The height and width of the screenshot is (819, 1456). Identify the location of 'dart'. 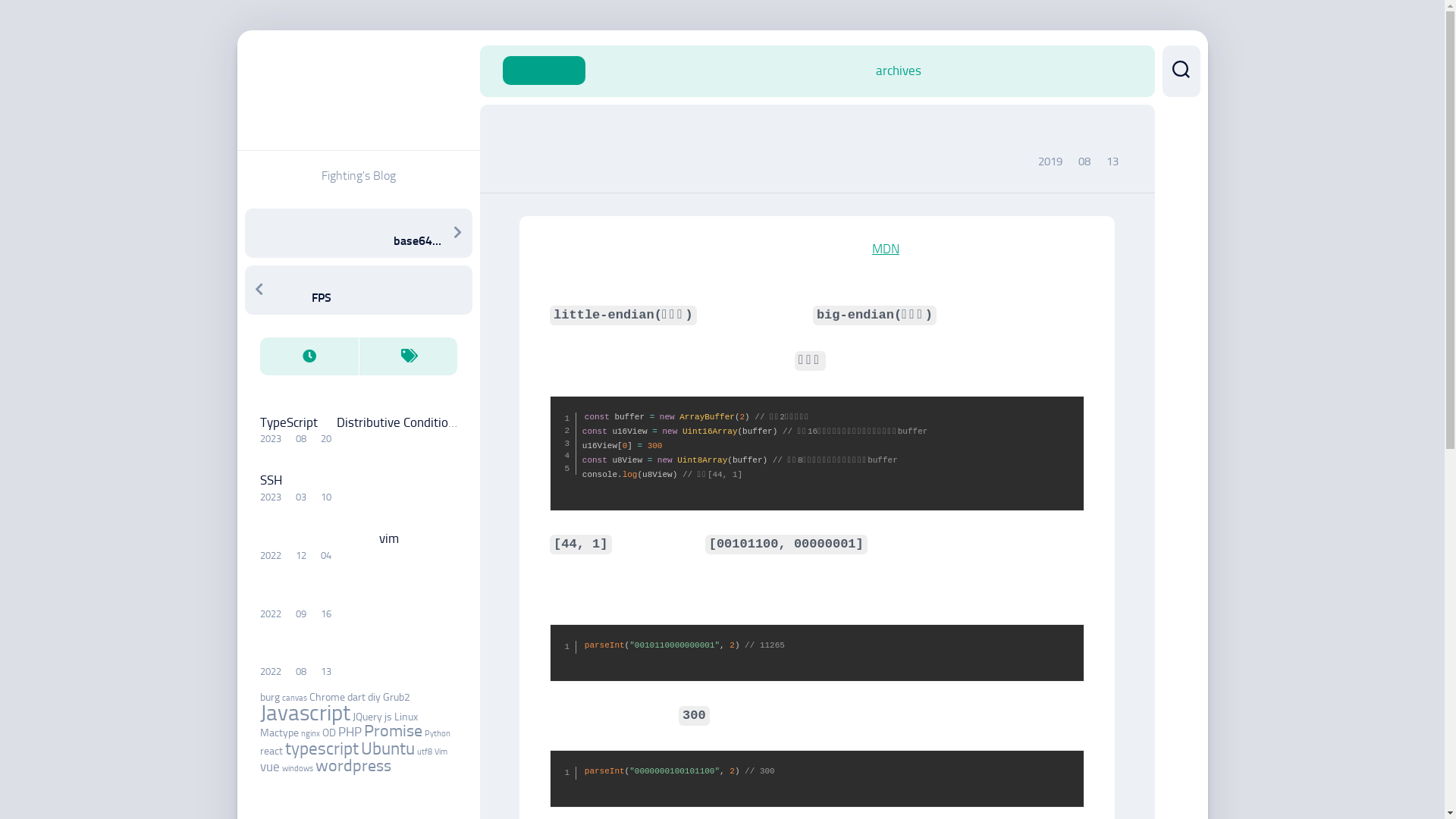
(356, 697).